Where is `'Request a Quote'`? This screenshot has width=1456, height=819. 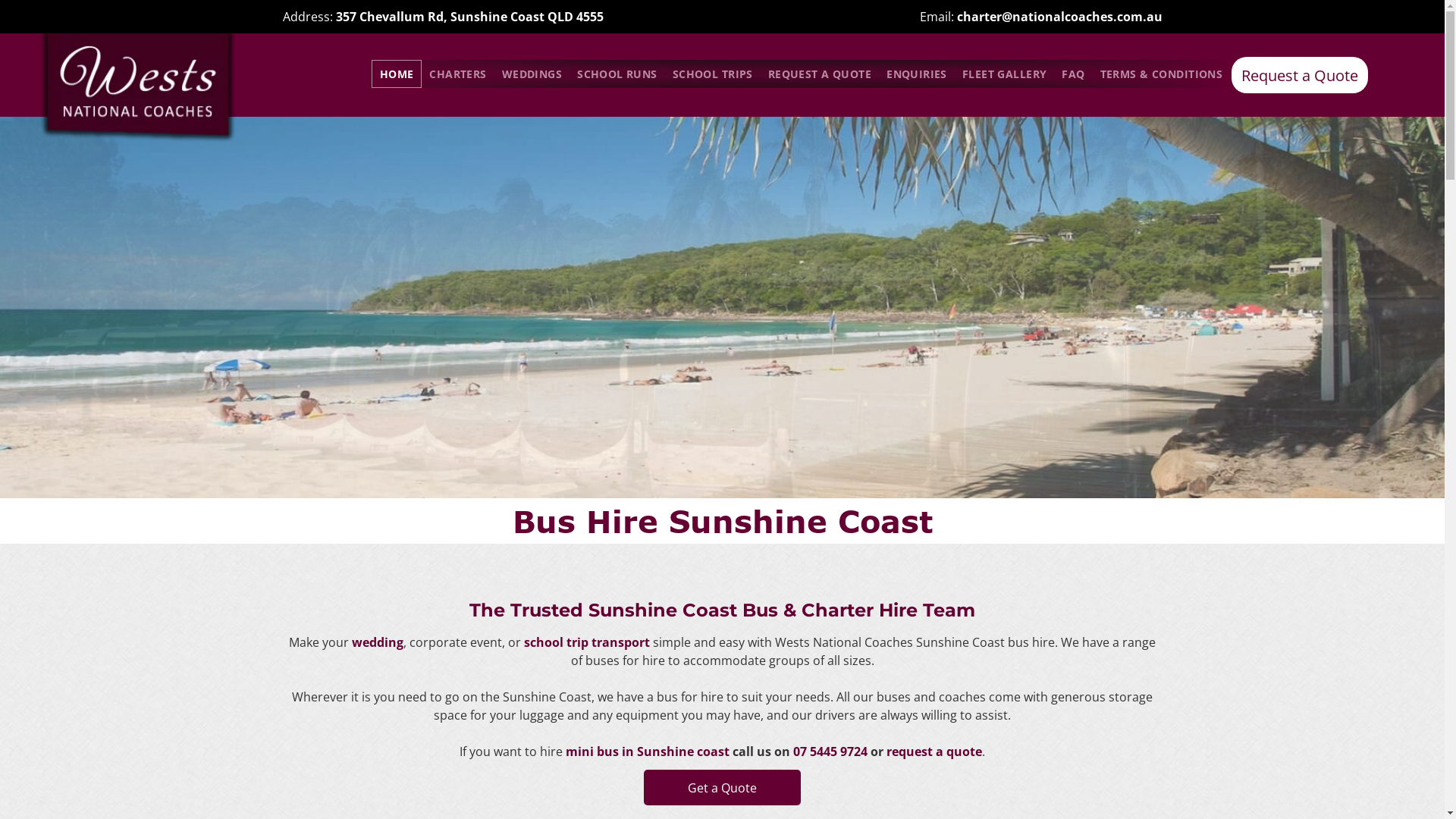
'Request a Quote' is located at coordinates (1298, 75).